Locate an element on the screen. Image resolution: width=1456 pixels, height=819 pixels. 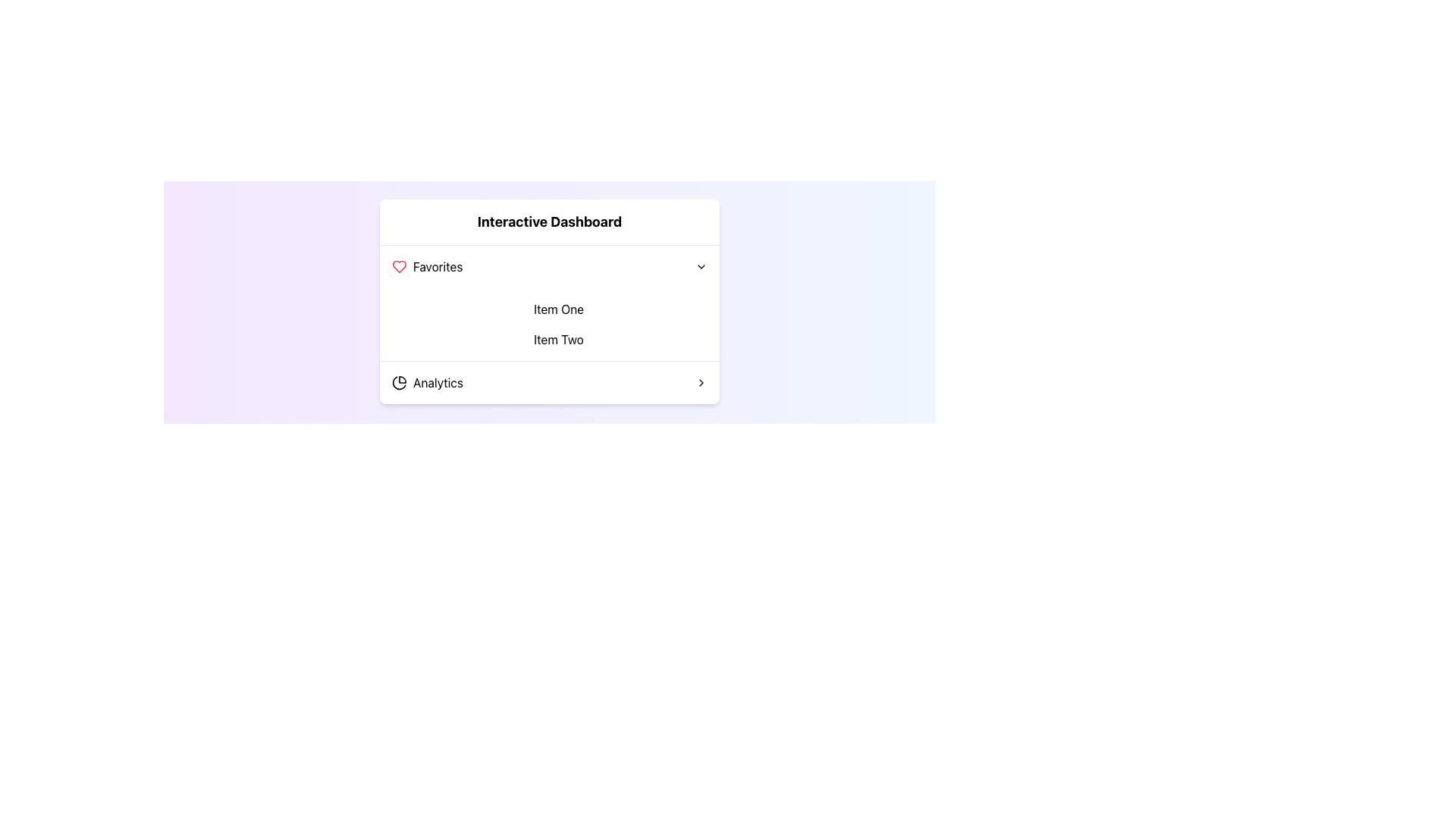
the main content area of the dashboard is located at coordinates (548, 301).